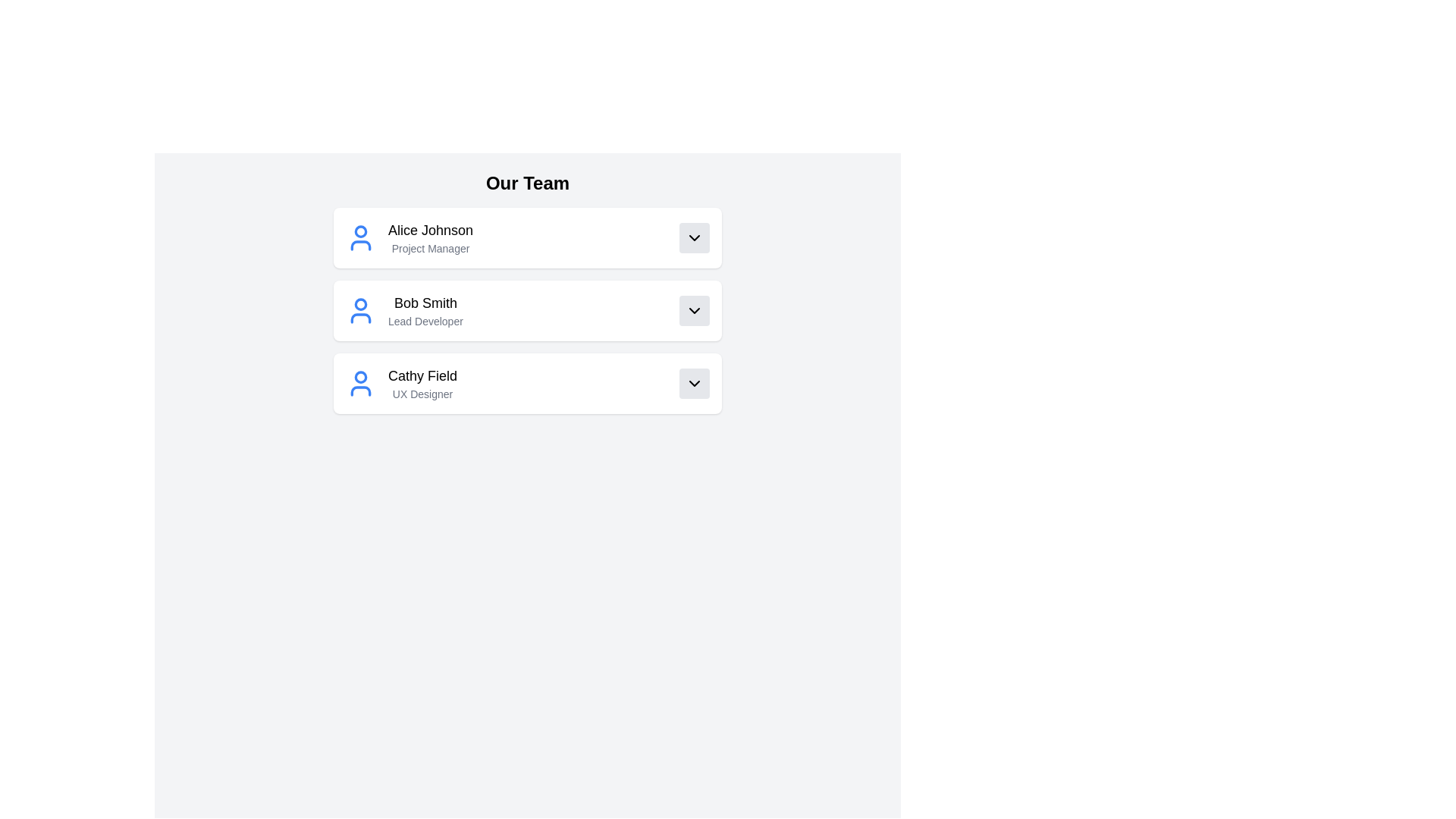 The height and width of the screenshot is (819, 1456). Describe the element at coordinates (430, 237) in the screenshot. I see `text label displaying the name and role of a team member located in the first row under the 'Our Team' heading, to the right of the user icon` at that location.